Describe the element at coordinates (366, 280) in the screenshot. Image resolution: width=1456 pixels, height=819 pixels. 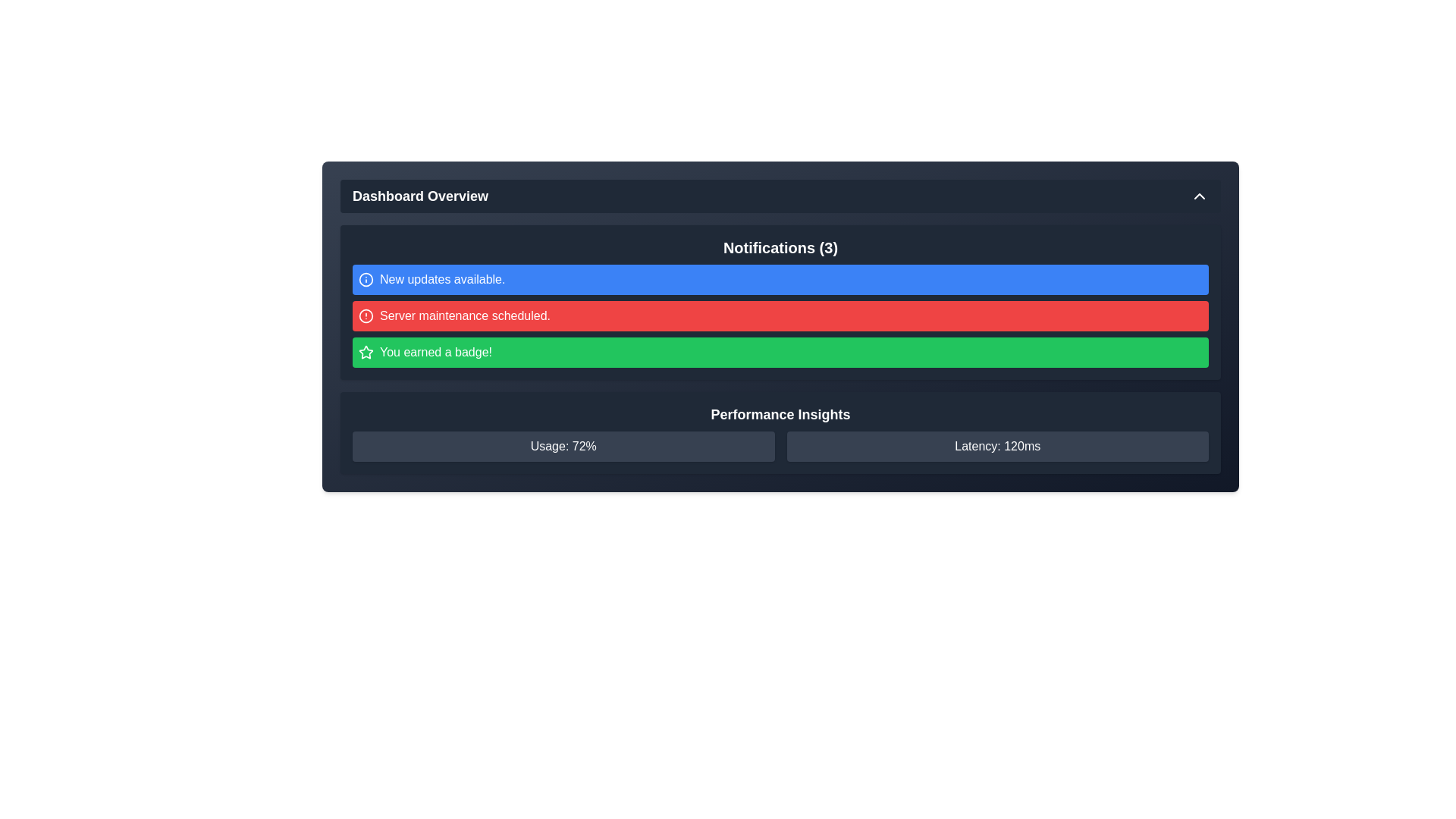
I see `the icon or decorative graphic positioned within the first notification entry in the Notifications section of the Dashboard, which is styled with a blue background and aligned to the left of the text 'New updates available.'` at that location.